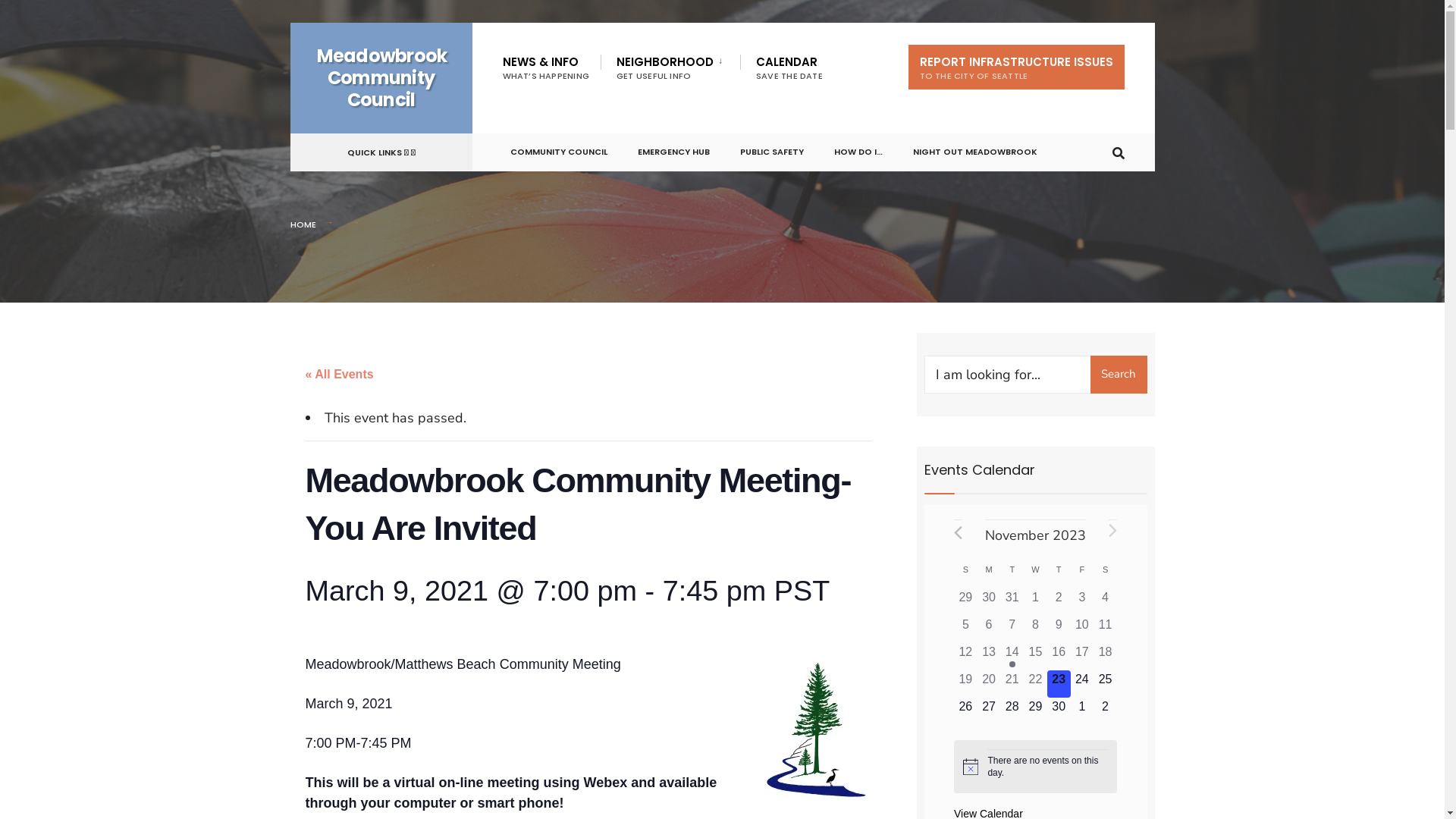  I want to click on '0 events,, so click(965, 656).